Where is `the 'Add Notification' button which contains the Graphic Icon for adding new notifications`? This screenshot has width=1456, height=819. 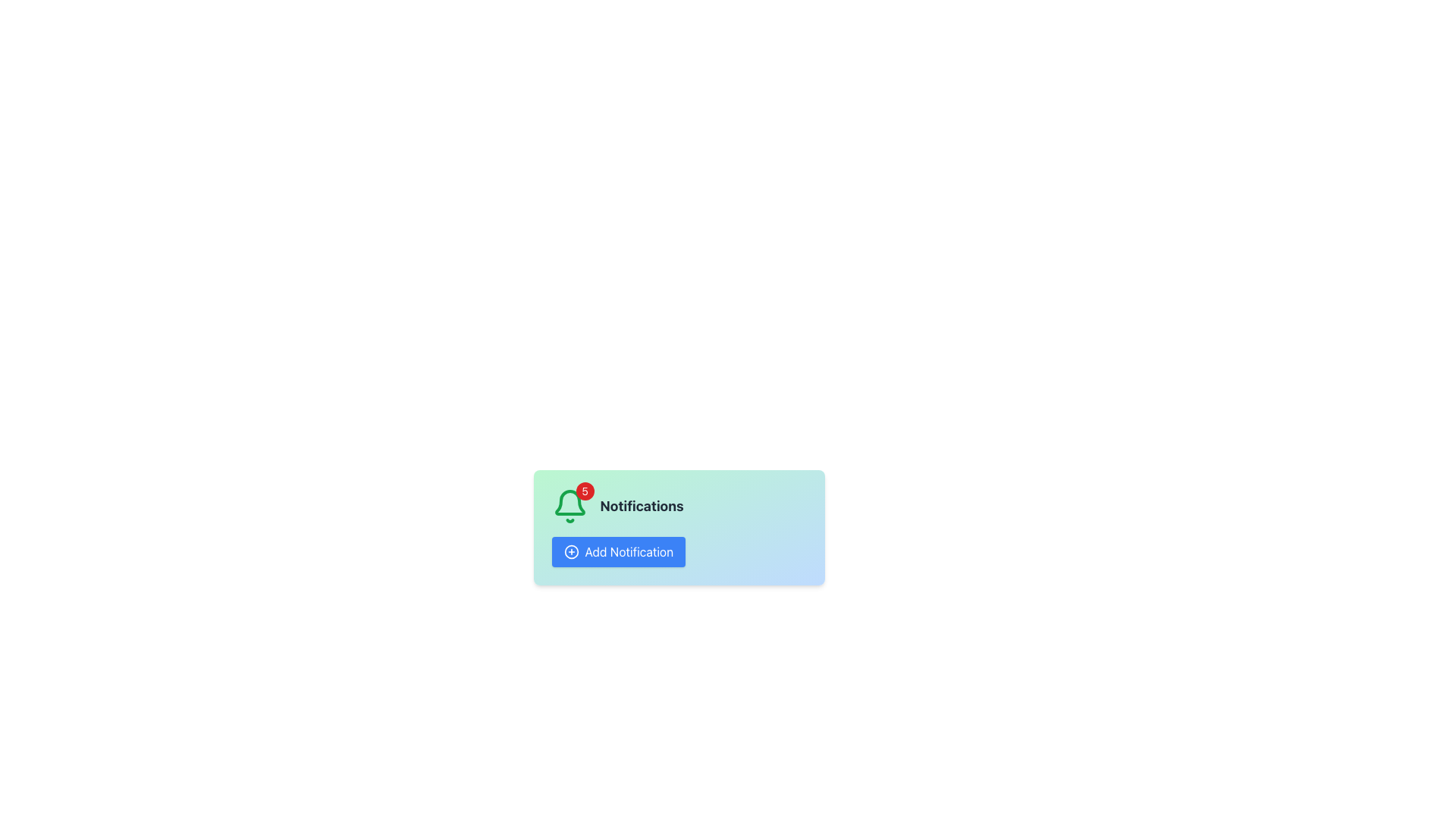
the 'Add Notification' button which contains the Graphic Icon for adding new notifications is located at coordinates (570, 552).